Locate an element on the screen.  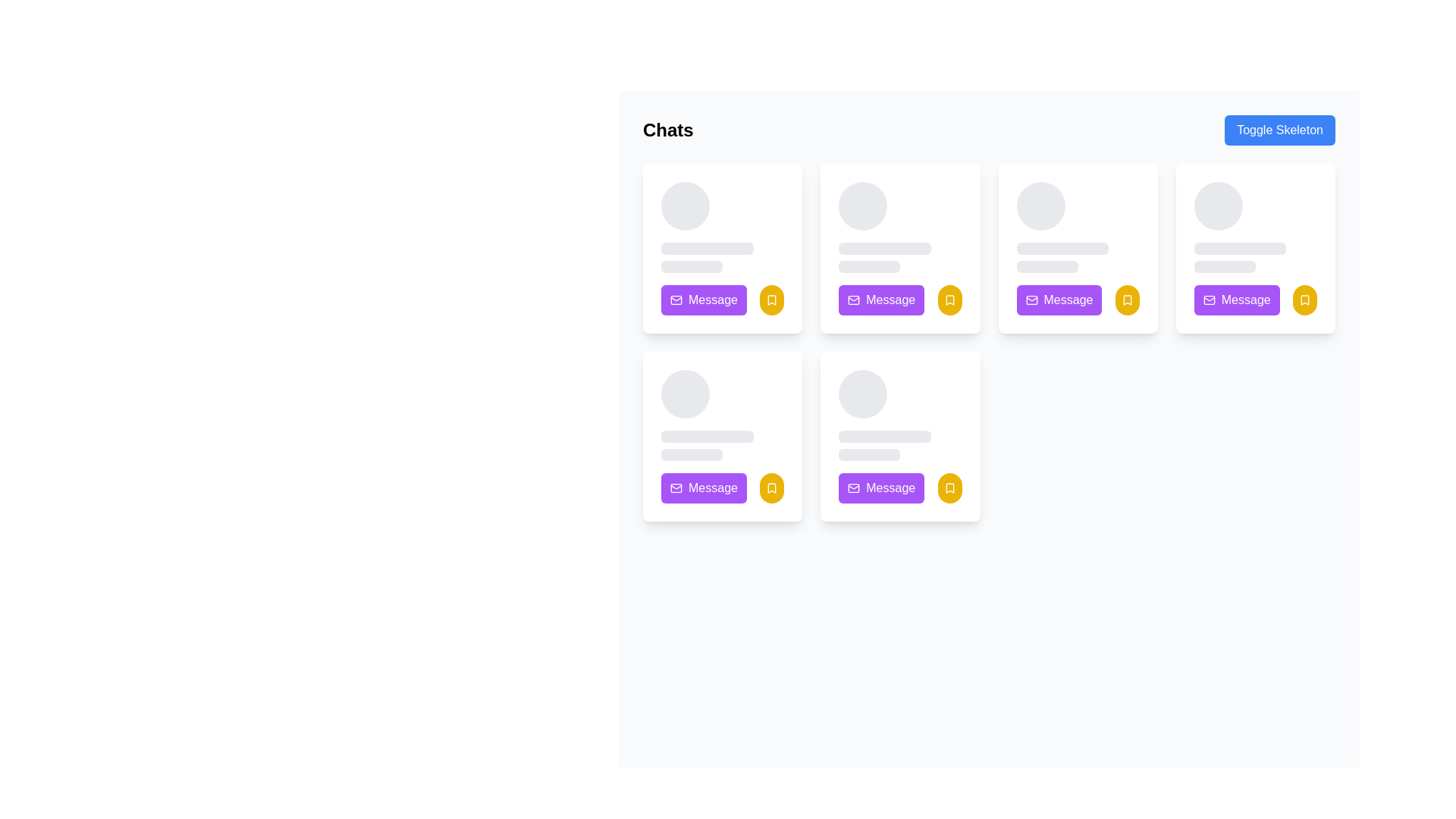
the bold text header labeled 'Chats' located near the top left corner of the interface is located at coordinates (667, 130).